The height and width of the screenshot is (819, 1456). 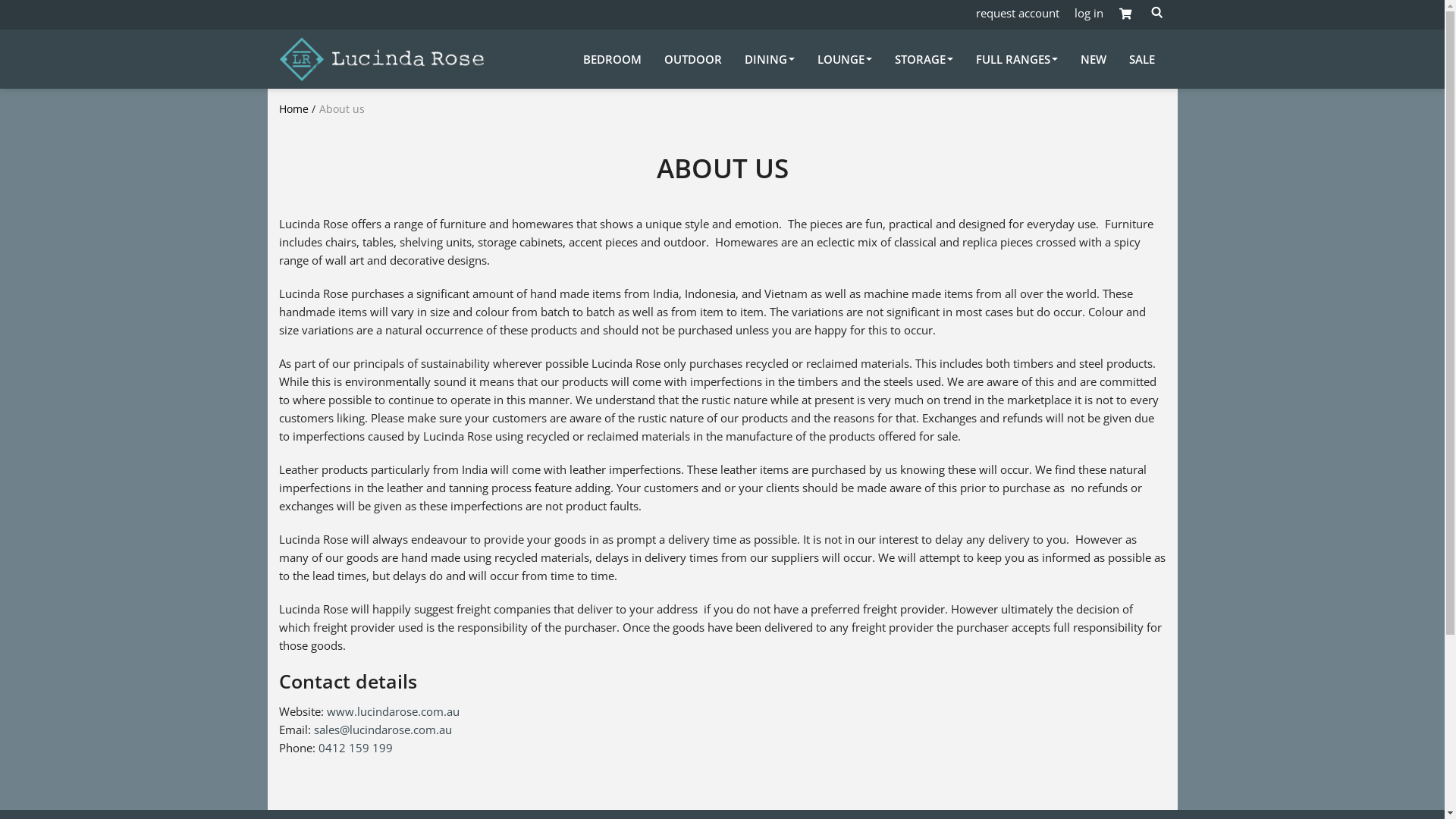 What do you see at coordinates (392, 711) in the screenshot?
I see `'www.lucindarose.com.au'` at bounding box center [392, 711].